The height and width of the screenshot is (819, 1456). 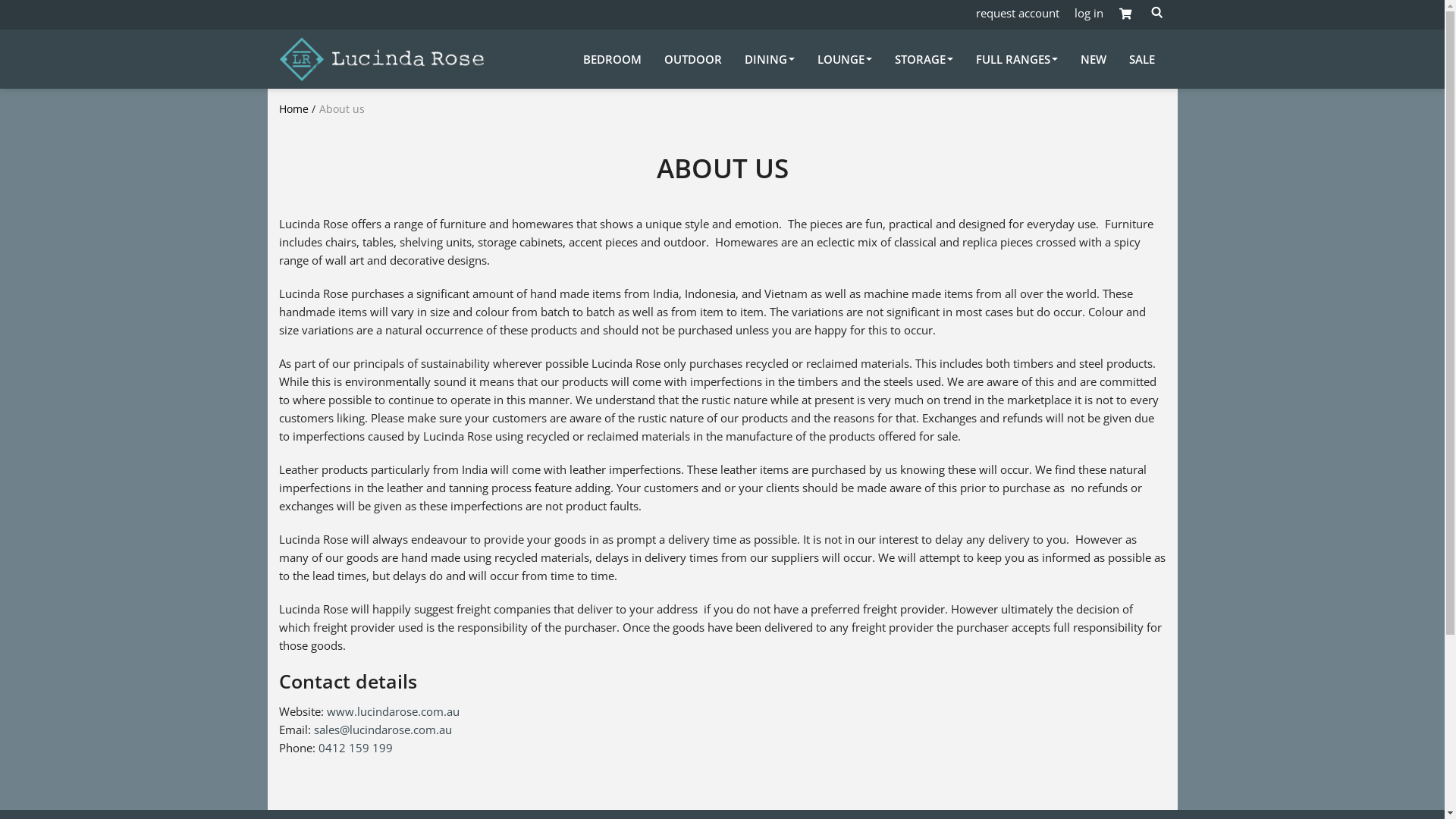 What do you see at coordinates (392, 711) in the screenshot?
I see `'www.lucindarose.com.au'` at bounding box center [392, 711].